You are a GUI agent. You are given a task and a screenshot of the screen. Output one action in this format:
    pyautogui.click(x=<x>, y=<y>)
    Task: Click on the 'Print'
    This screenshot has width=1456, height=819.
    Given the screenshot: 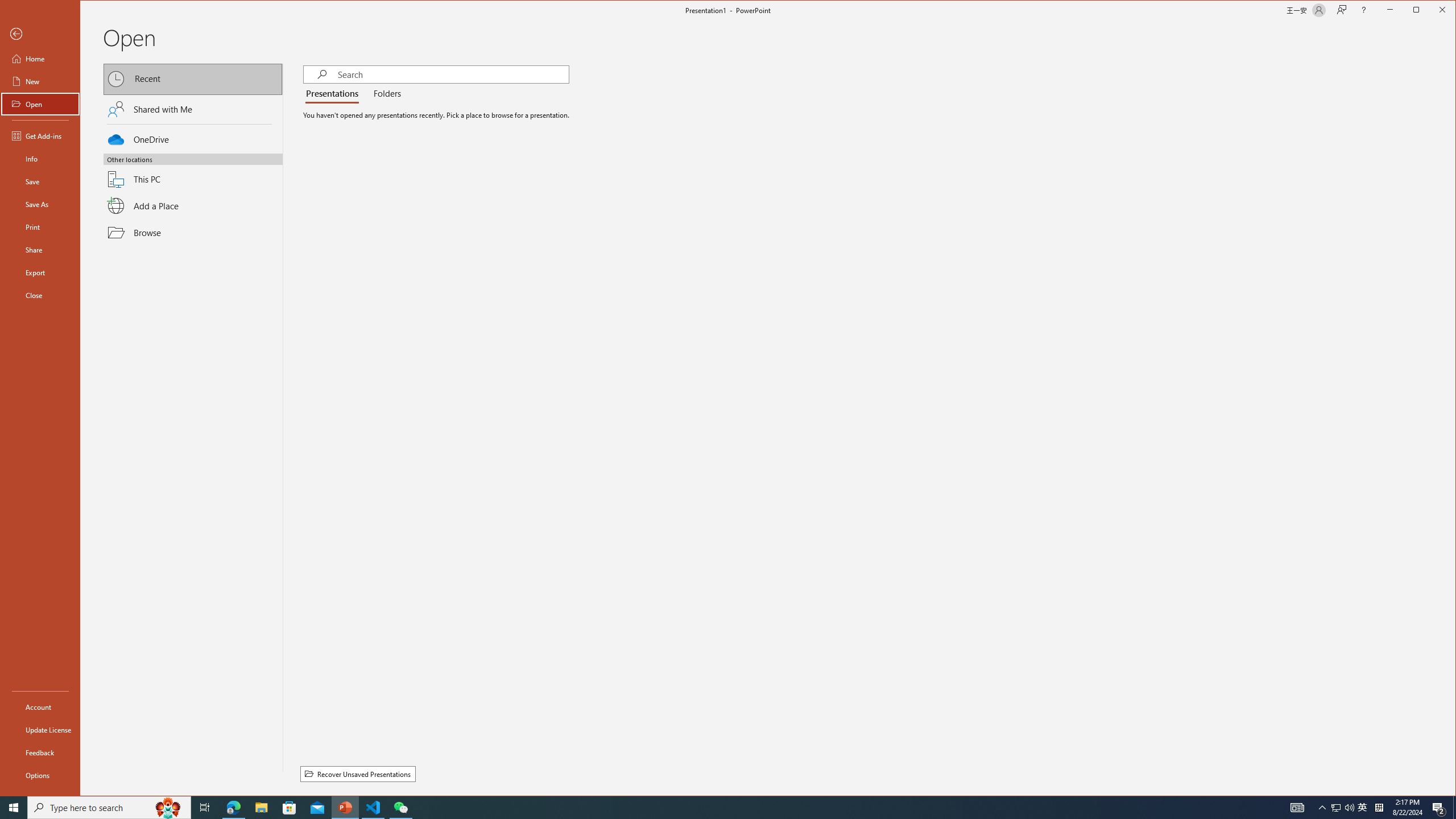 What is the action you would take?
    pyautogui.click(x=39, y=226)
    